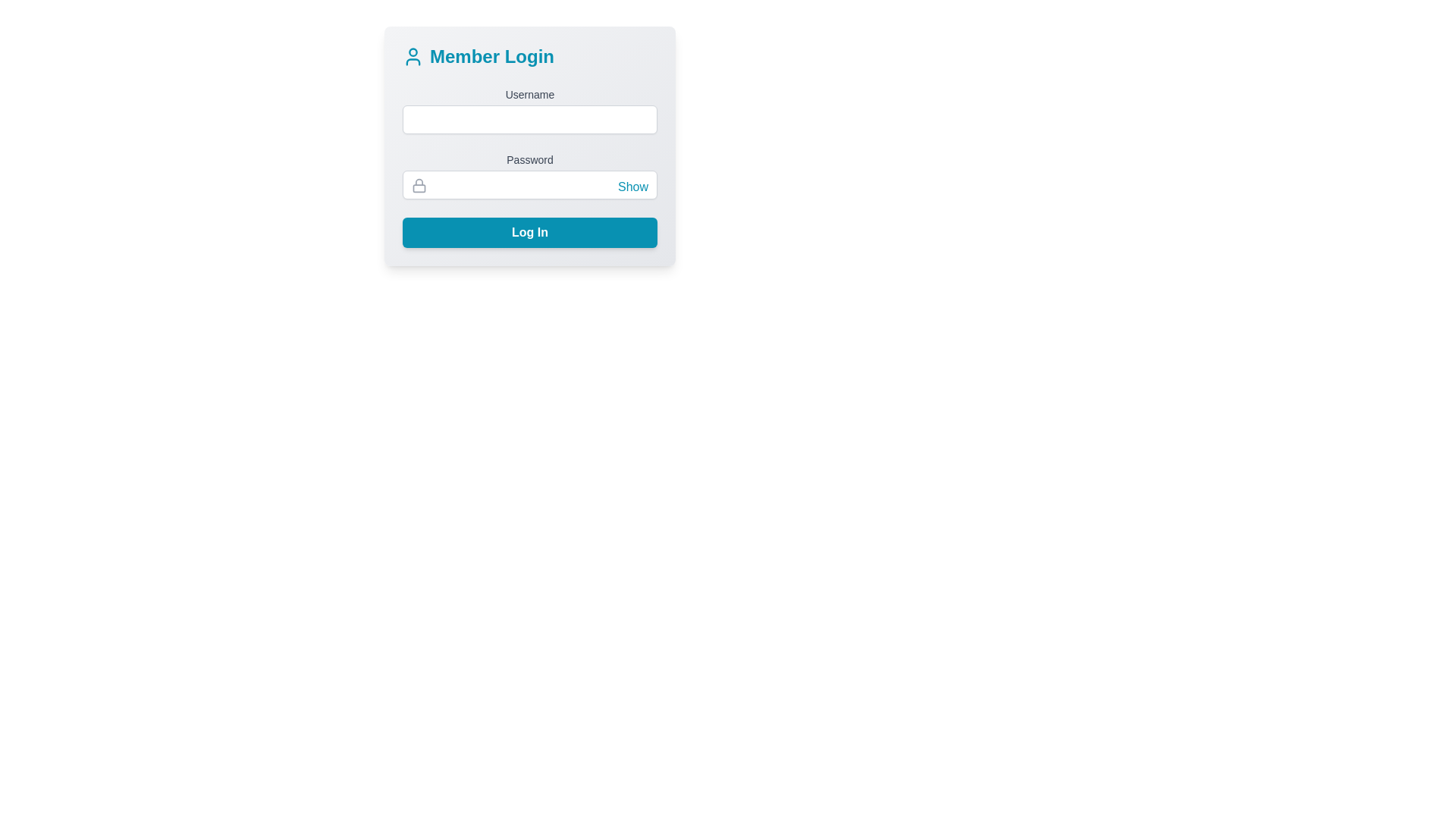 This screenshot has width=1456, height=819. What do you see at coordinates (633, 186) in the screenshot?
I see `the 'Show' button, which is cyan-colored and located at the top-right corner of the password input field, to trigger the tooltip` at bounding box center [633, 186].